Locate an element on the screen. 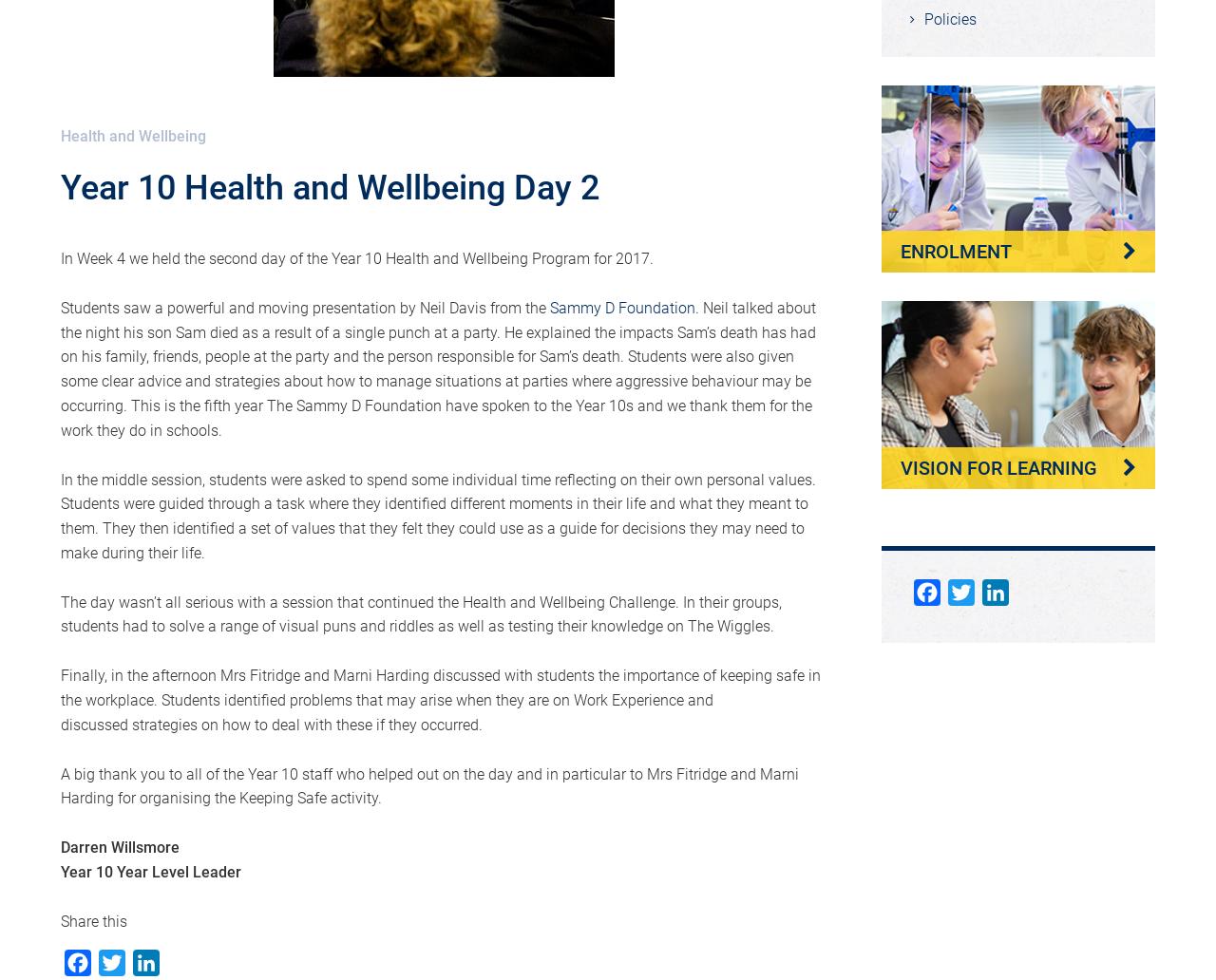 Image resolution: width=1216 pixels, height=980 pixels. 'Year 10 Health and Wellbeing Day 2' is located at coordinates (330, 186).